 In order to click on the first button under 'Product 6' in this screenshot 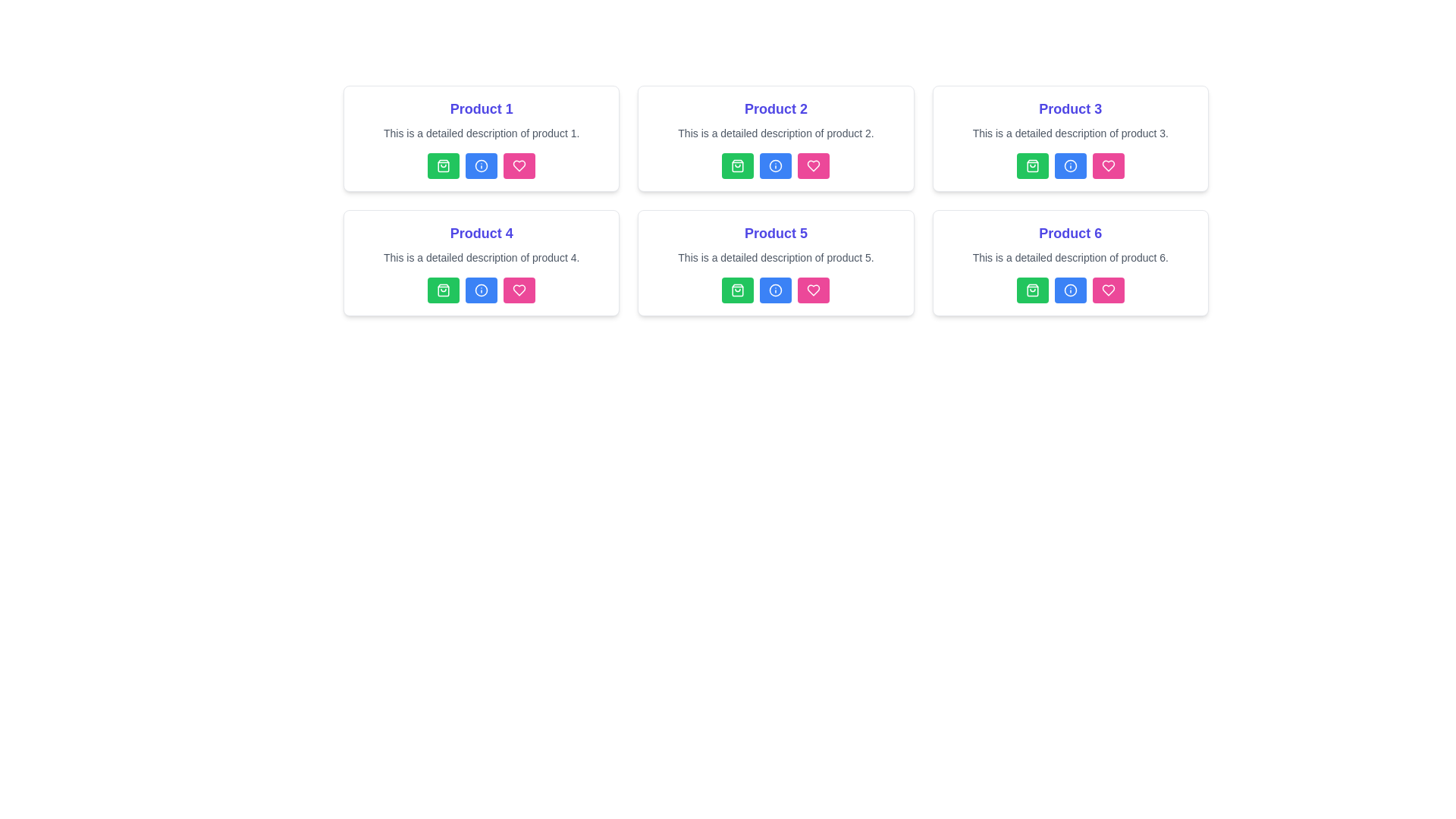, I will do `click(1031, 290)`.